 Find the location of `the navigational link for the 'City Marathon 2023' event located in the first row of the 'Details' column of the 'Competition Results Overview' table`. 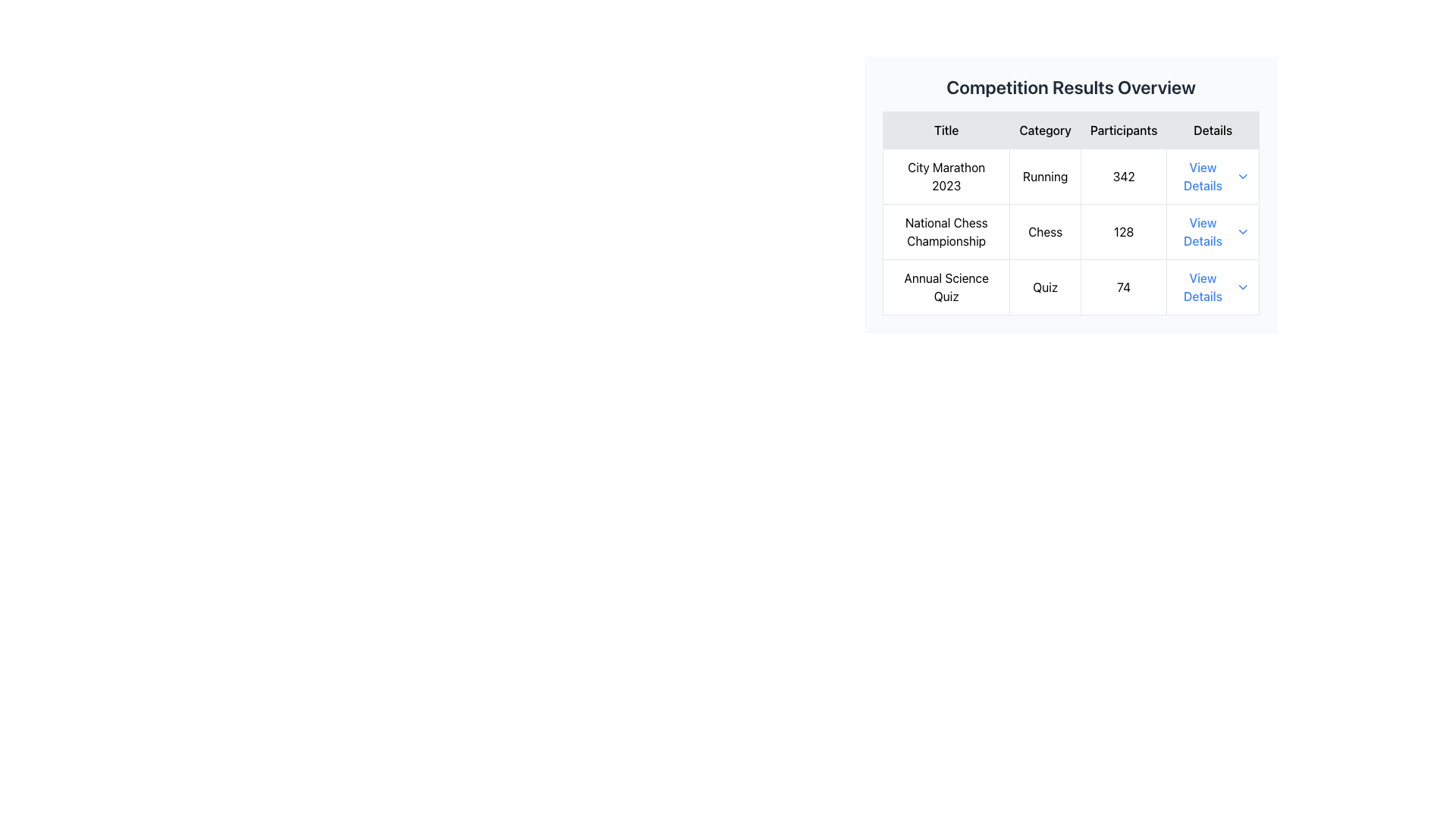

the navigational link for the 'City Marathon 2023' event located in the first row of the 'Details' column of the 'Competition Results Overview' table is located at coordinates (1201, 175).